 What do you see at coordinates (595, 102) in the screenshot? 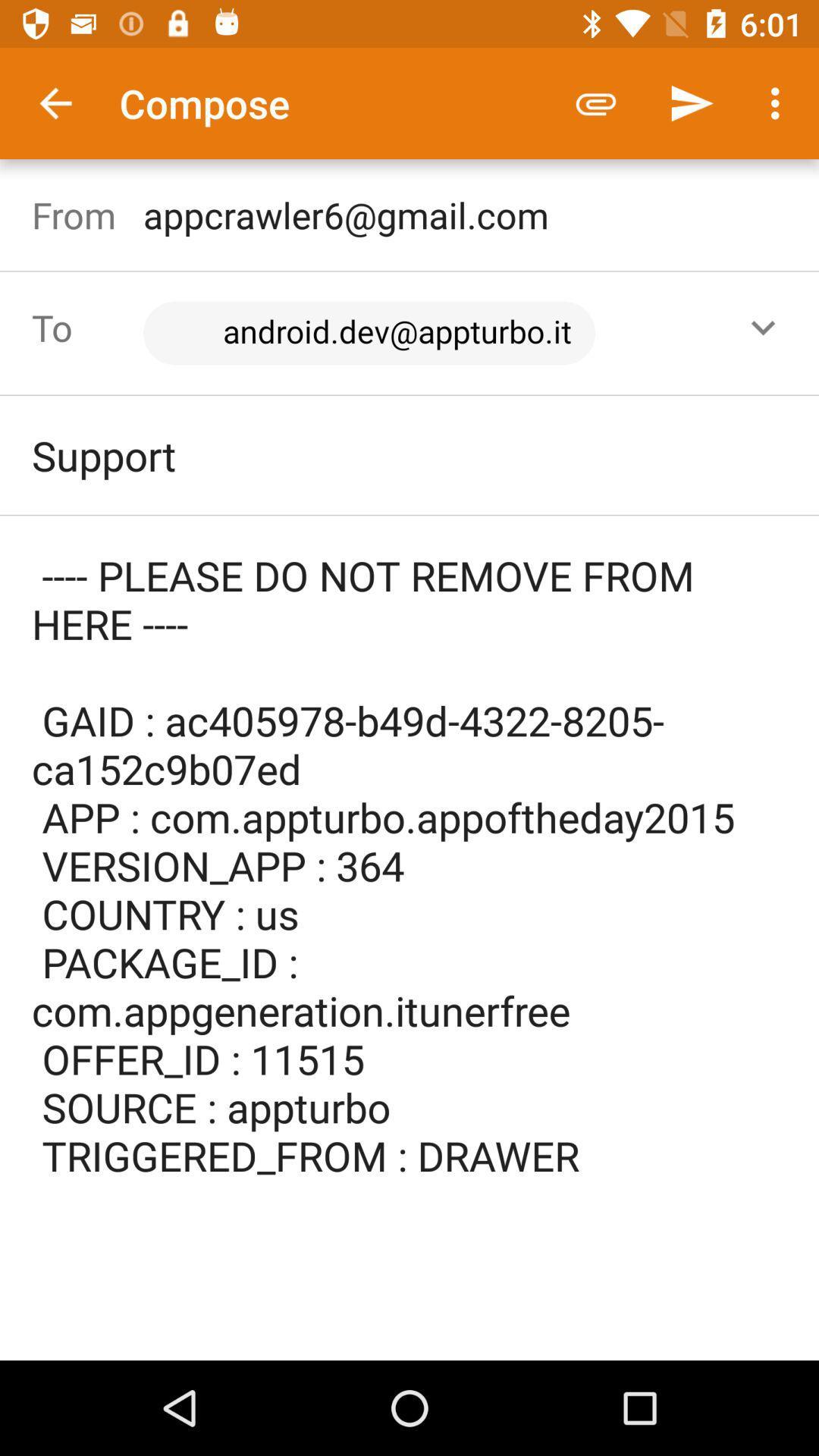
I see `the icon next to compose item` at bounding box center [595, 102].